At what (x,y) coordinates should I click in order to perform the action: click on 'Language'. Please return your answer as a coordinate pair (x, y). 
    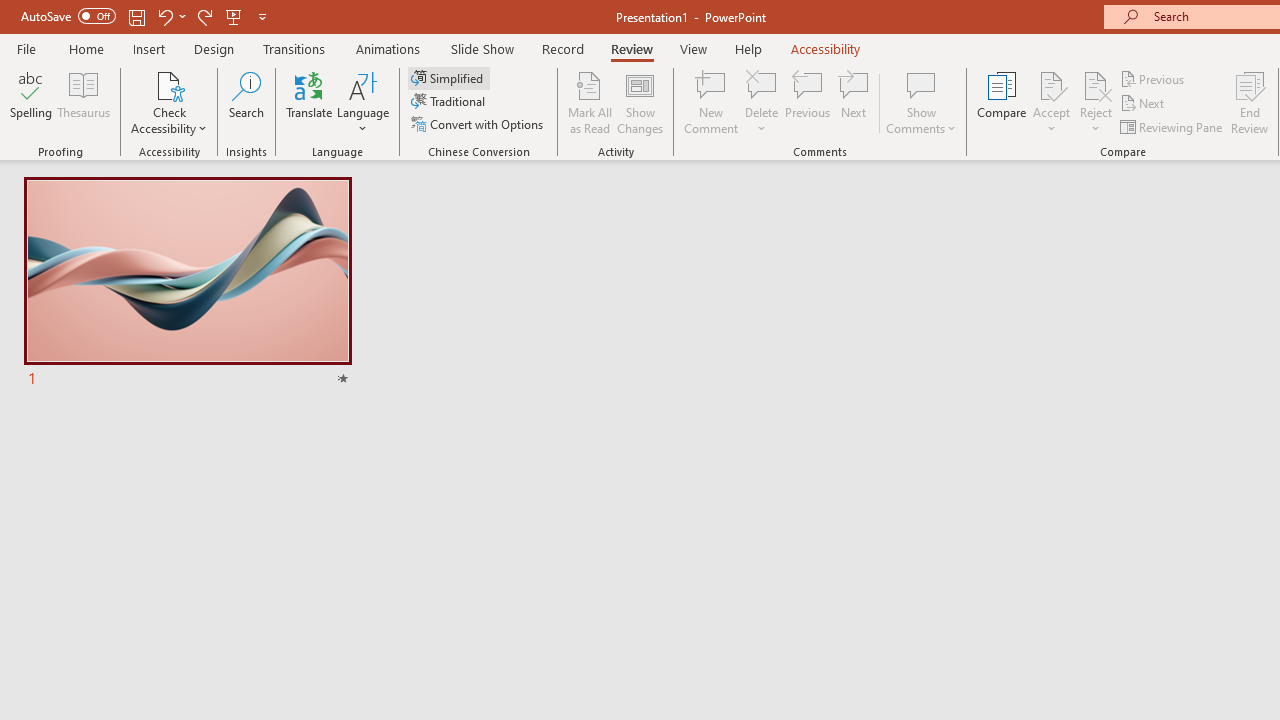
    Looking at the image, I should click on (363, 103).